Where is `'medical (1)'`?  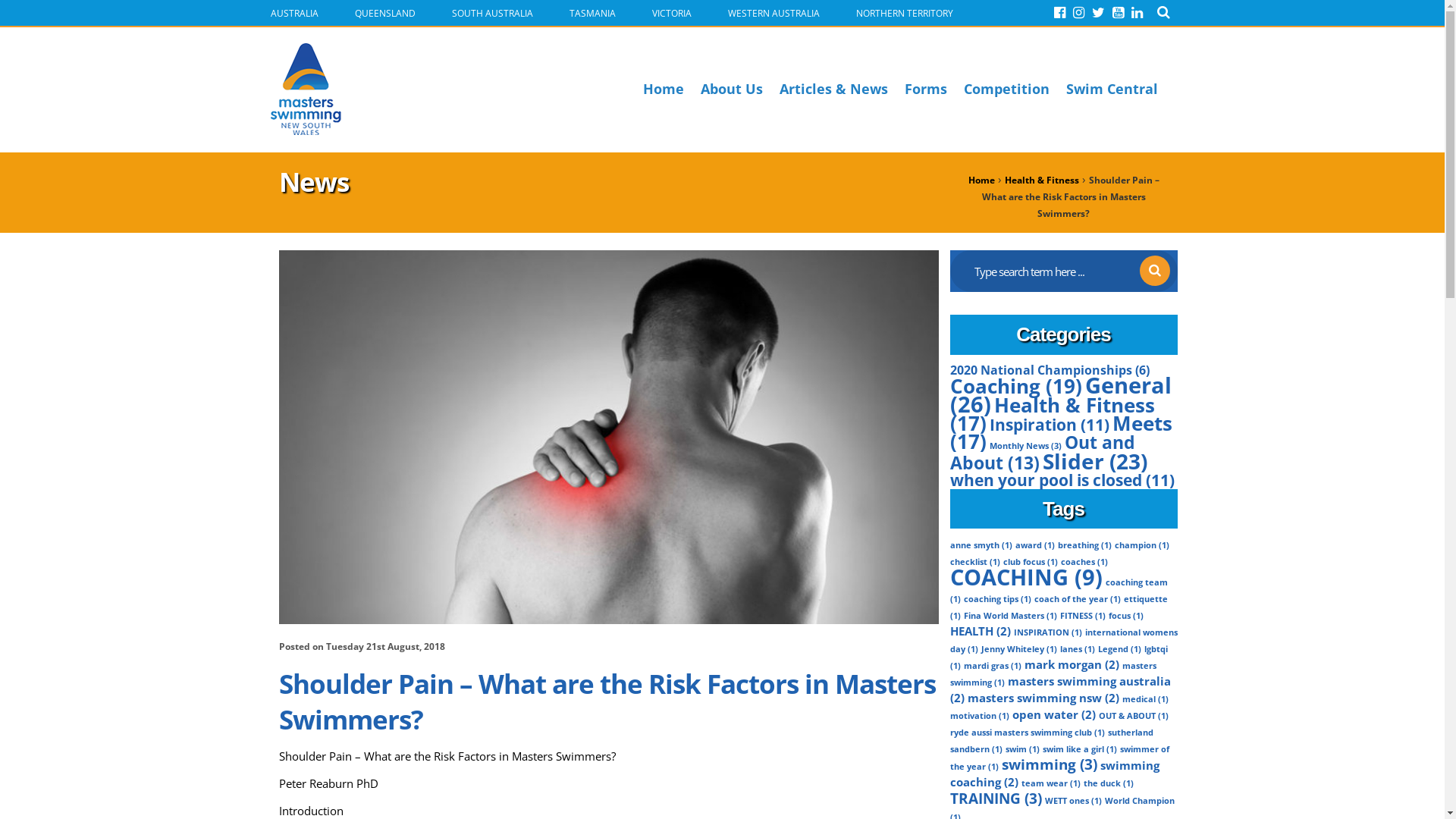 'medical (1)' is located at coordinates (1145, 698).